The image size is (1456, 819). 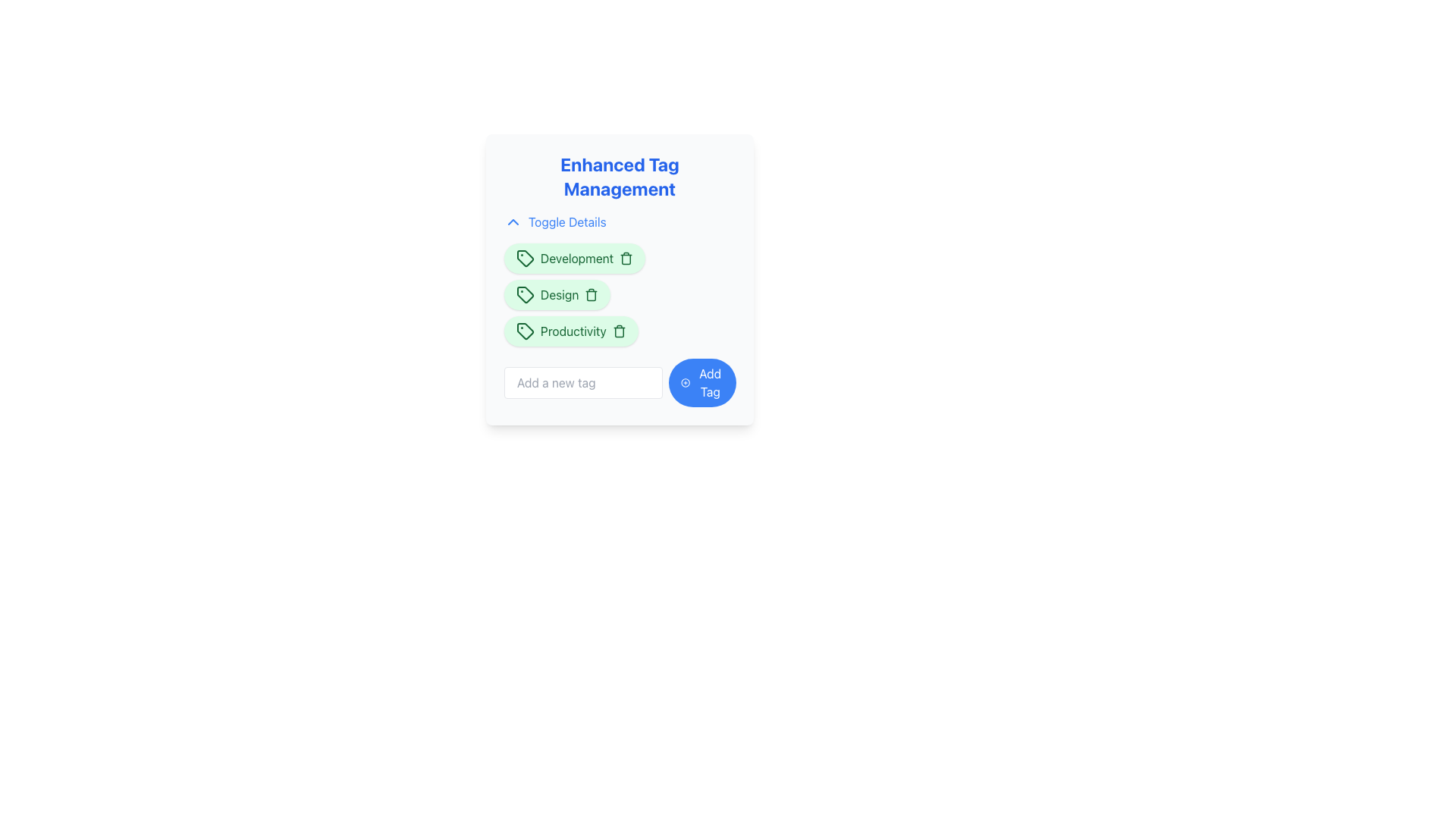 I want to click on the 'Design' text element in the second tag component within the Enhanced Tag Management interface, so click(x=559, y=295).